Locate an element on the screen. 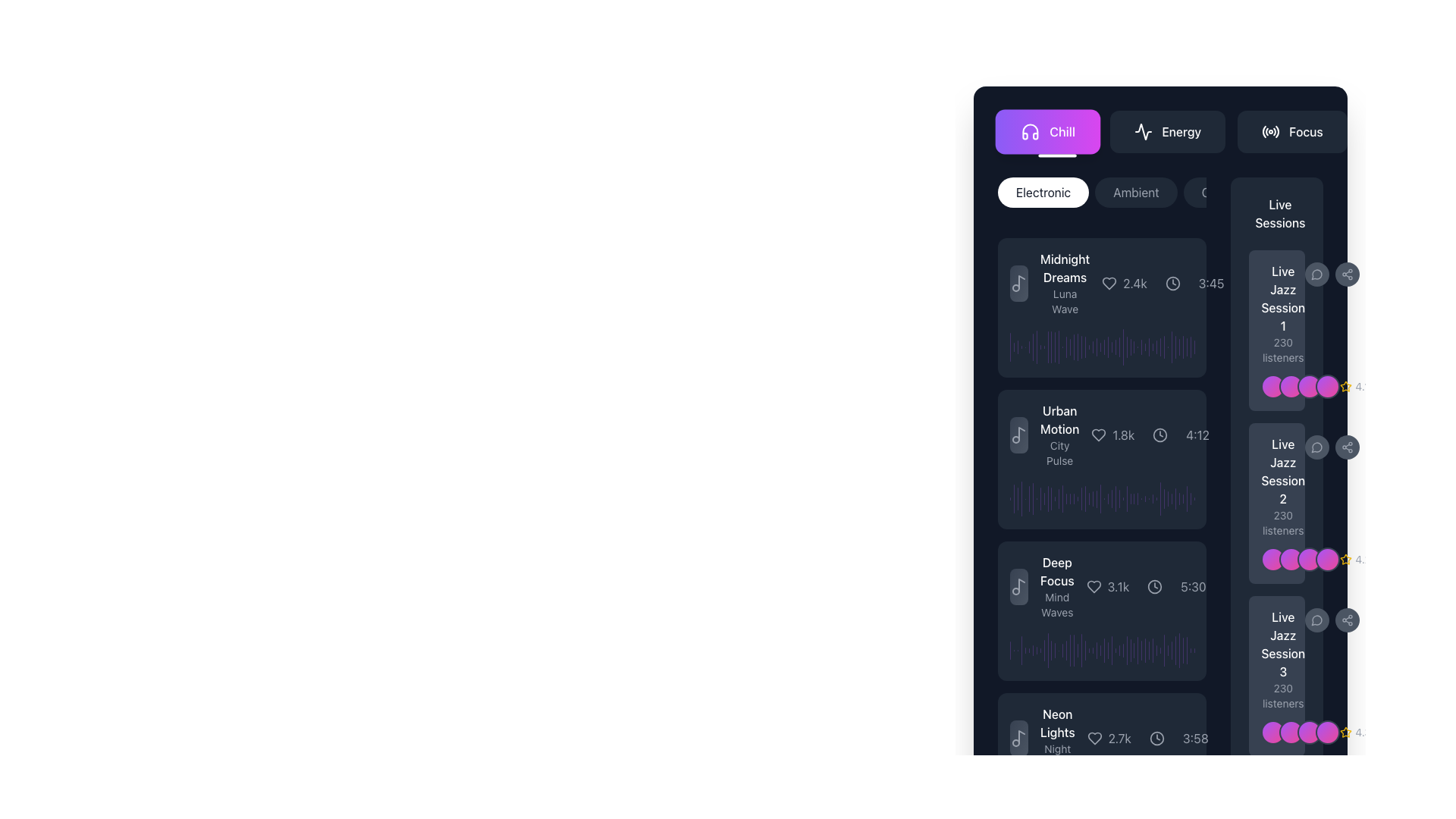  the Avatar group component consisting of two overlapping circular avatars with a vivid gradient, located in the 'Live Jazz Session 2 230 listeners' section, adjacent to a star icon labeled '4.2' is located at coordinates (1276, 559).